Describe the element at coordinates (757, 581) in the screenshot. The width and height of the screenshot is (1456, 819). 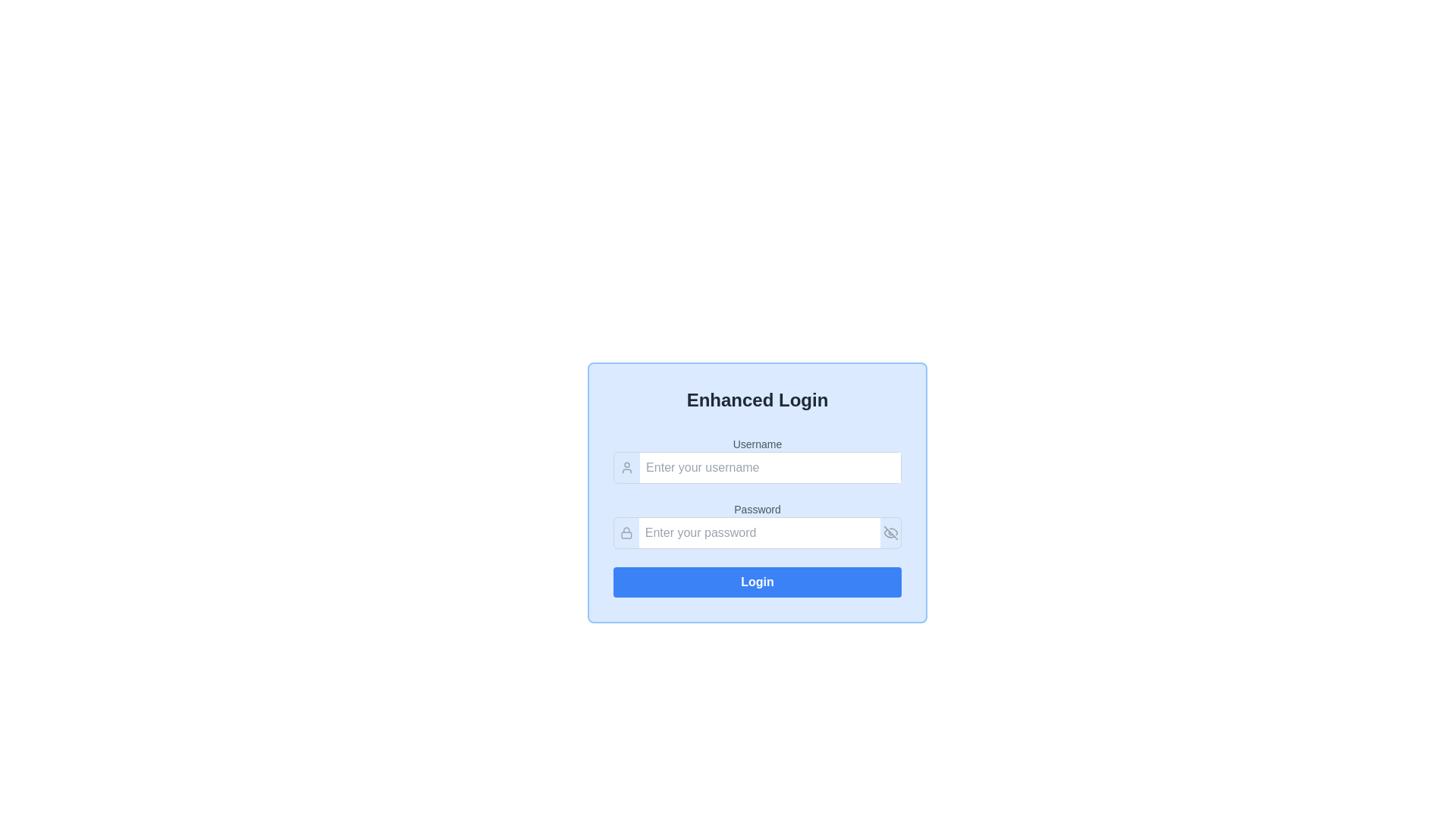
I see `the submit button located at the bottom of the login form panel to change its visual style` at that location.